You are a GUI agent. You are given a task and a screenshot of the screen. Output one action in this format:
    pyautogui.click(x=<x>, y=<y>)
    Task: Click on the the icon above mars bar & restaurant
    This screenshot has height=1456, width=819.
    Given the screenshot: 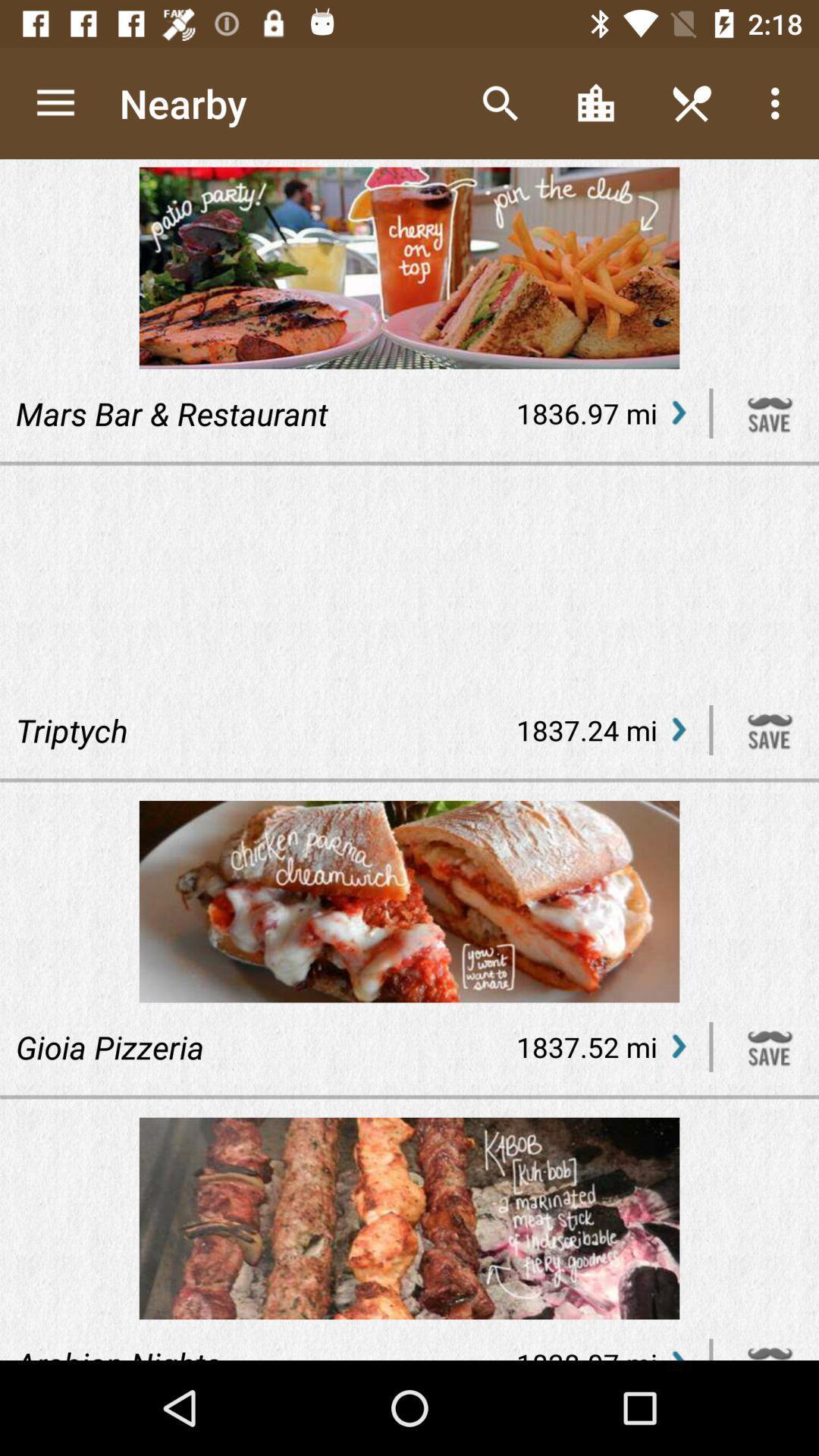 What is the action you would take?
    pyautogui.click(x=55, y=102)
    